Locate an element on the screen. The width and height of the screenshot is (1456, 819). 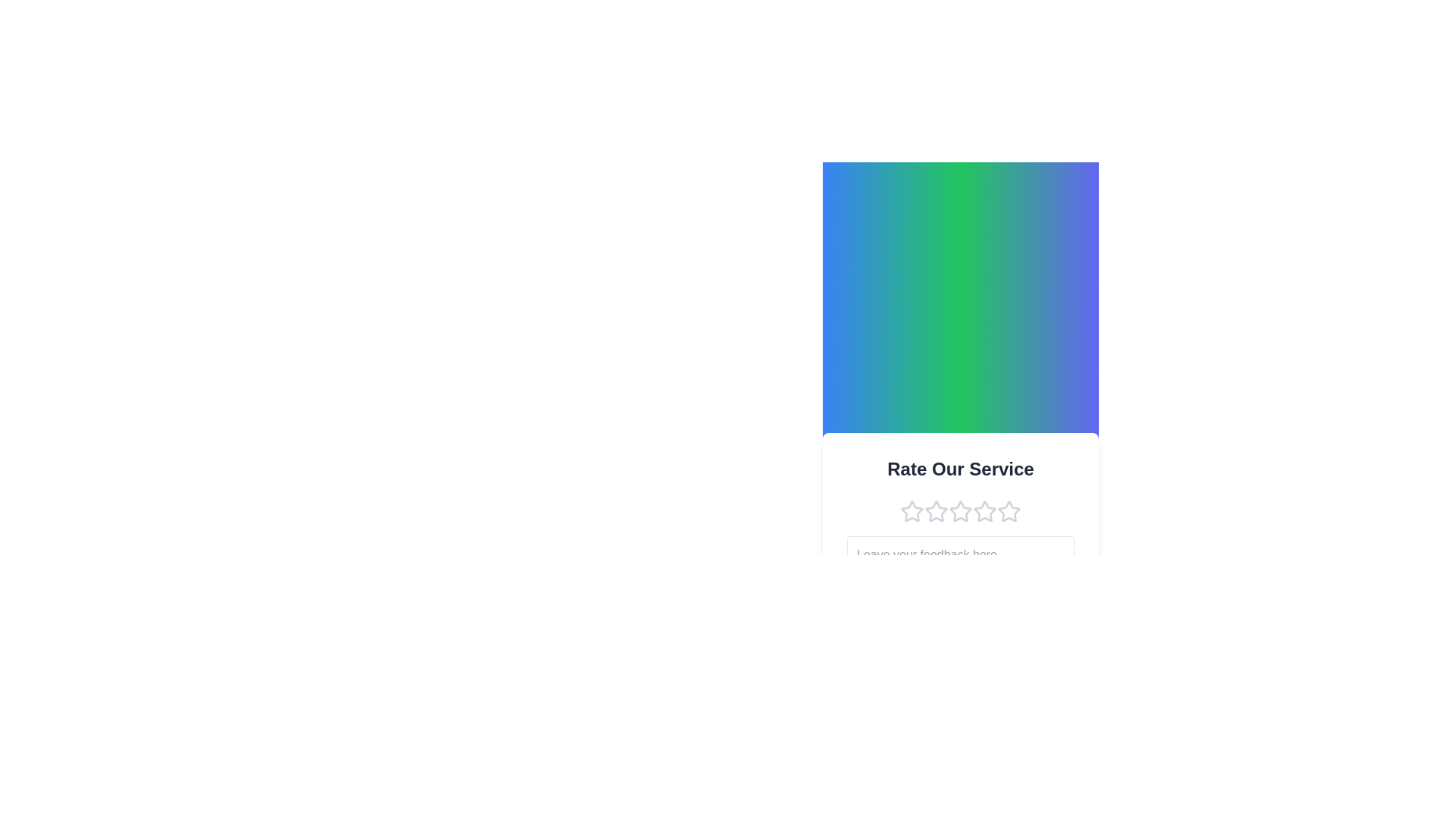
the last star icon in the rating row to indicate the maximum rating level beneath the 'Rate Our Service' text is located at coordinates (1009, 511).